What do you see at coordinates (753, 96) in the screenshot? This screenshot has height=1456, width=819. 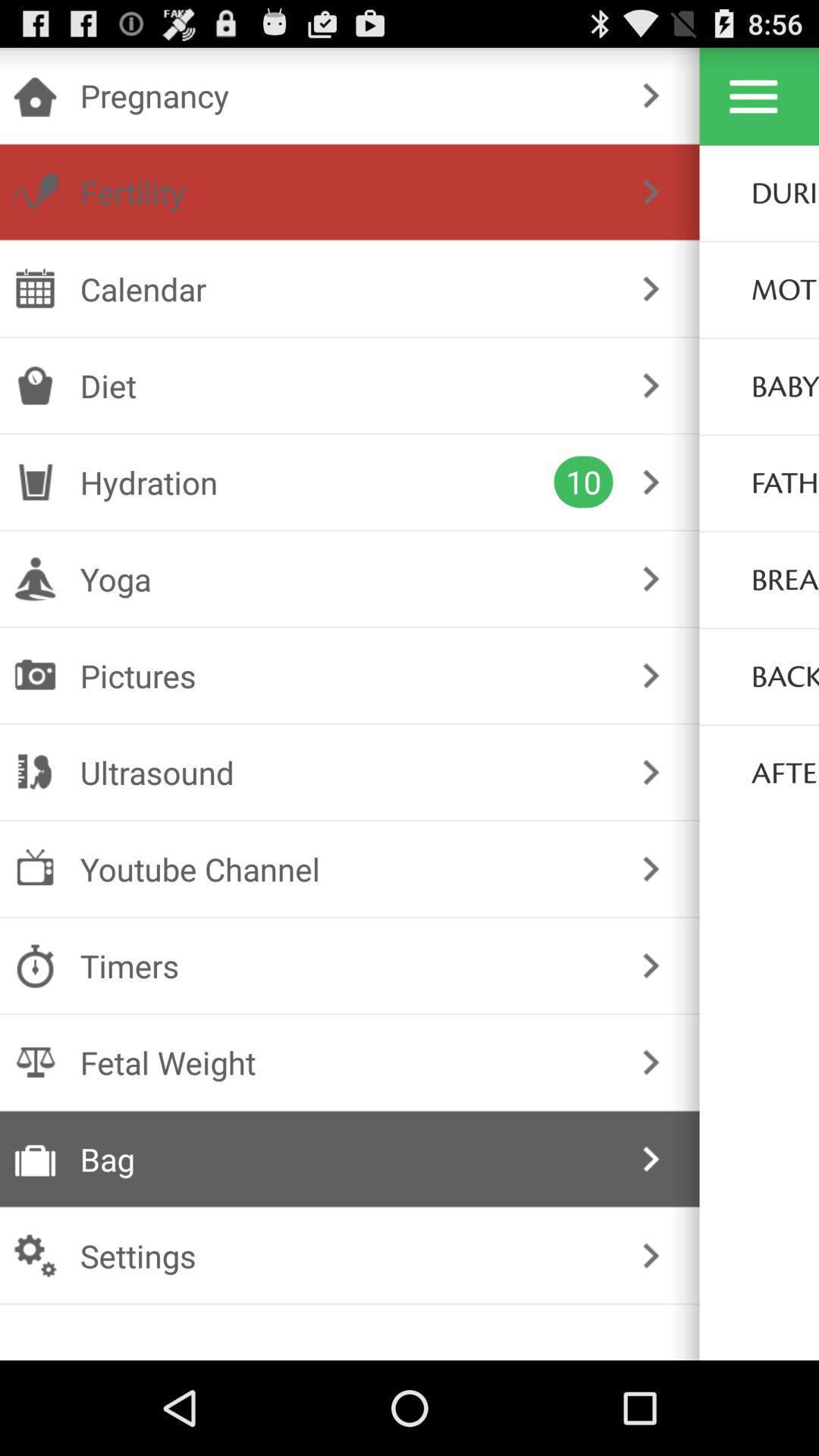 I see `menu` at bounding box center [753, 96].